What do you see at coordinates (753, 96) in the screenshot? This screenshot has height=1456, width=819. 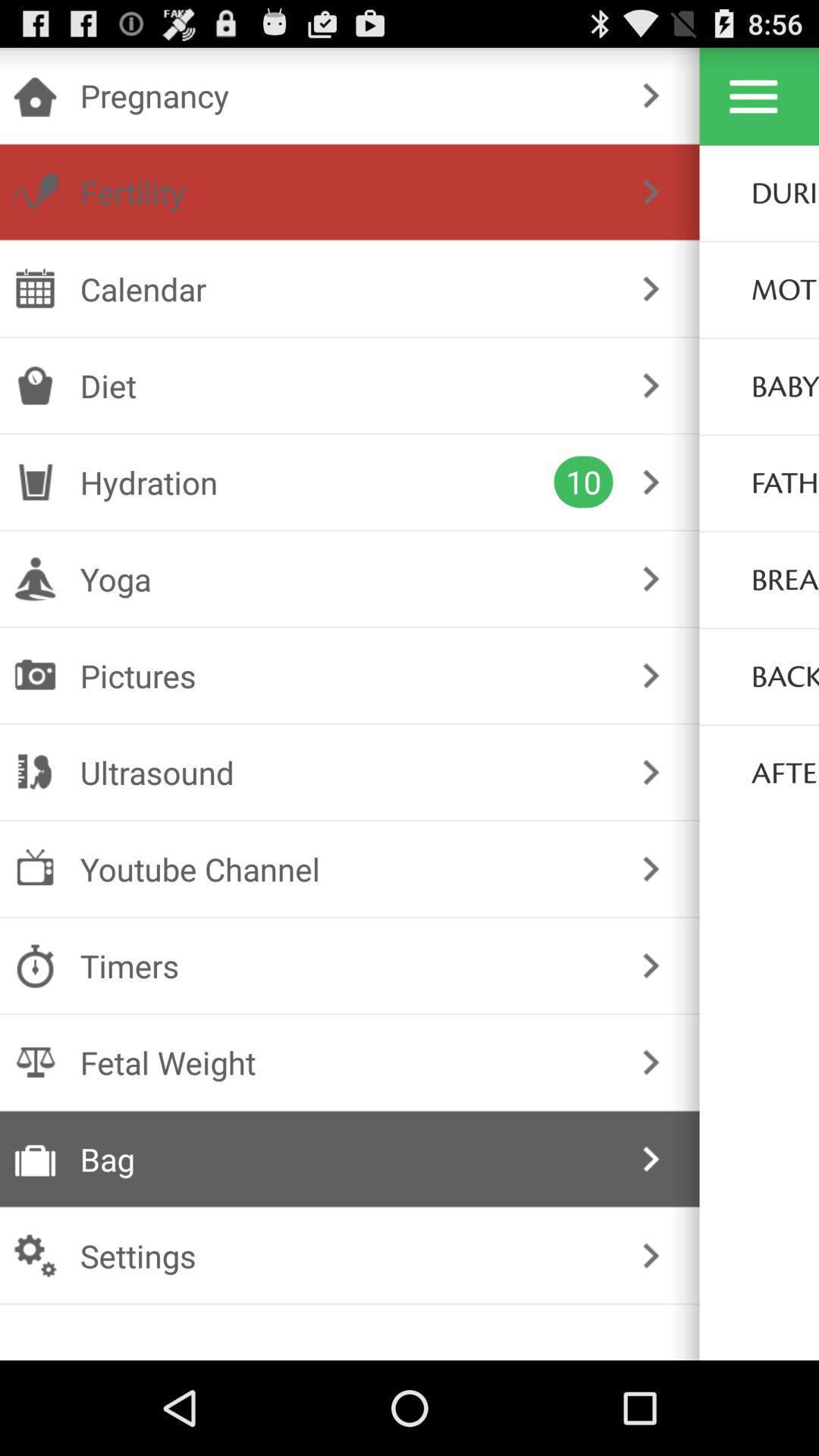 I see `menu` at bounding box center [753, 96].